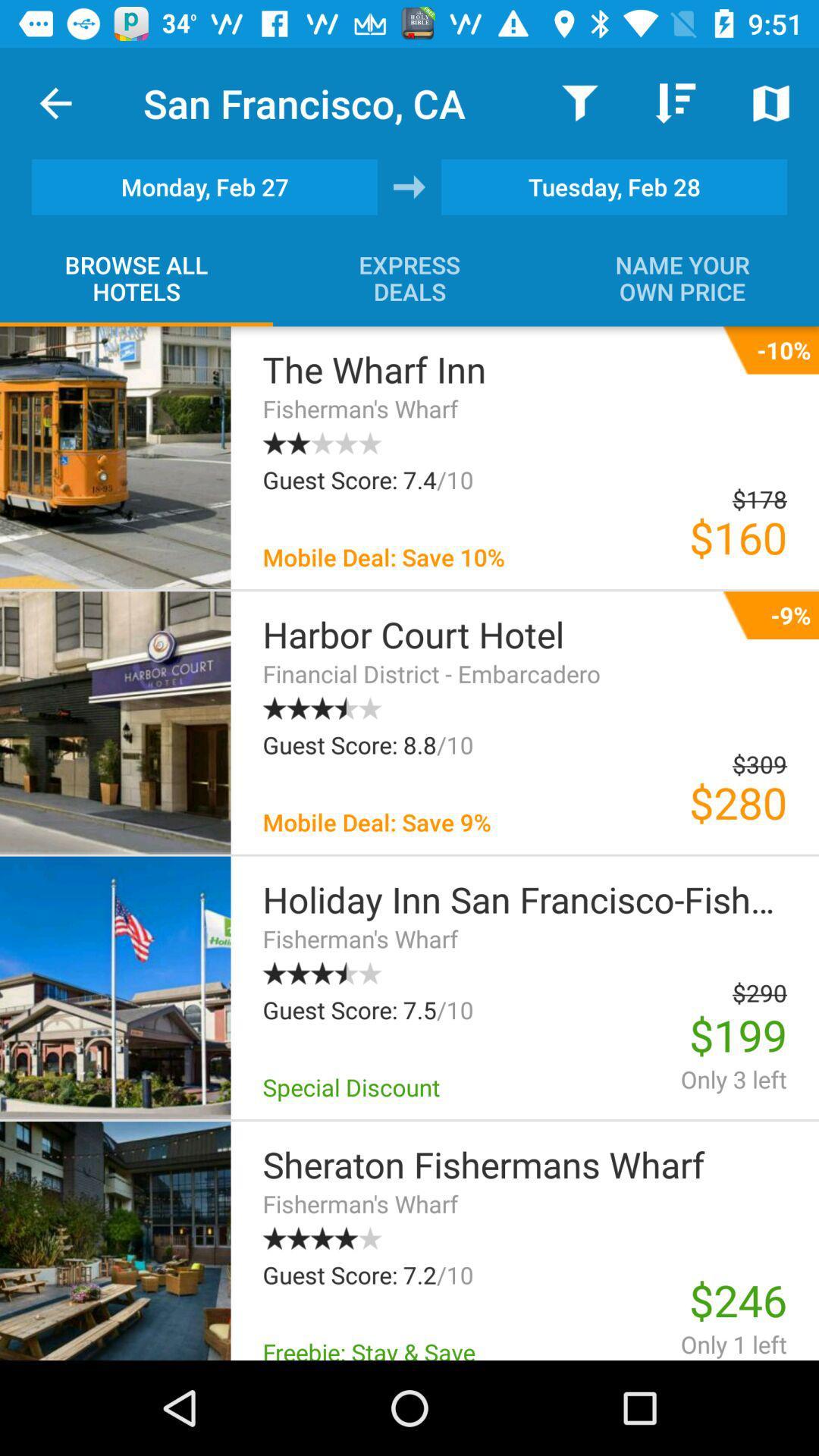  Describe the element at coordinates (771, 102) in the screenshot. I see `item above tuesday, feb 28 icon` at that location.